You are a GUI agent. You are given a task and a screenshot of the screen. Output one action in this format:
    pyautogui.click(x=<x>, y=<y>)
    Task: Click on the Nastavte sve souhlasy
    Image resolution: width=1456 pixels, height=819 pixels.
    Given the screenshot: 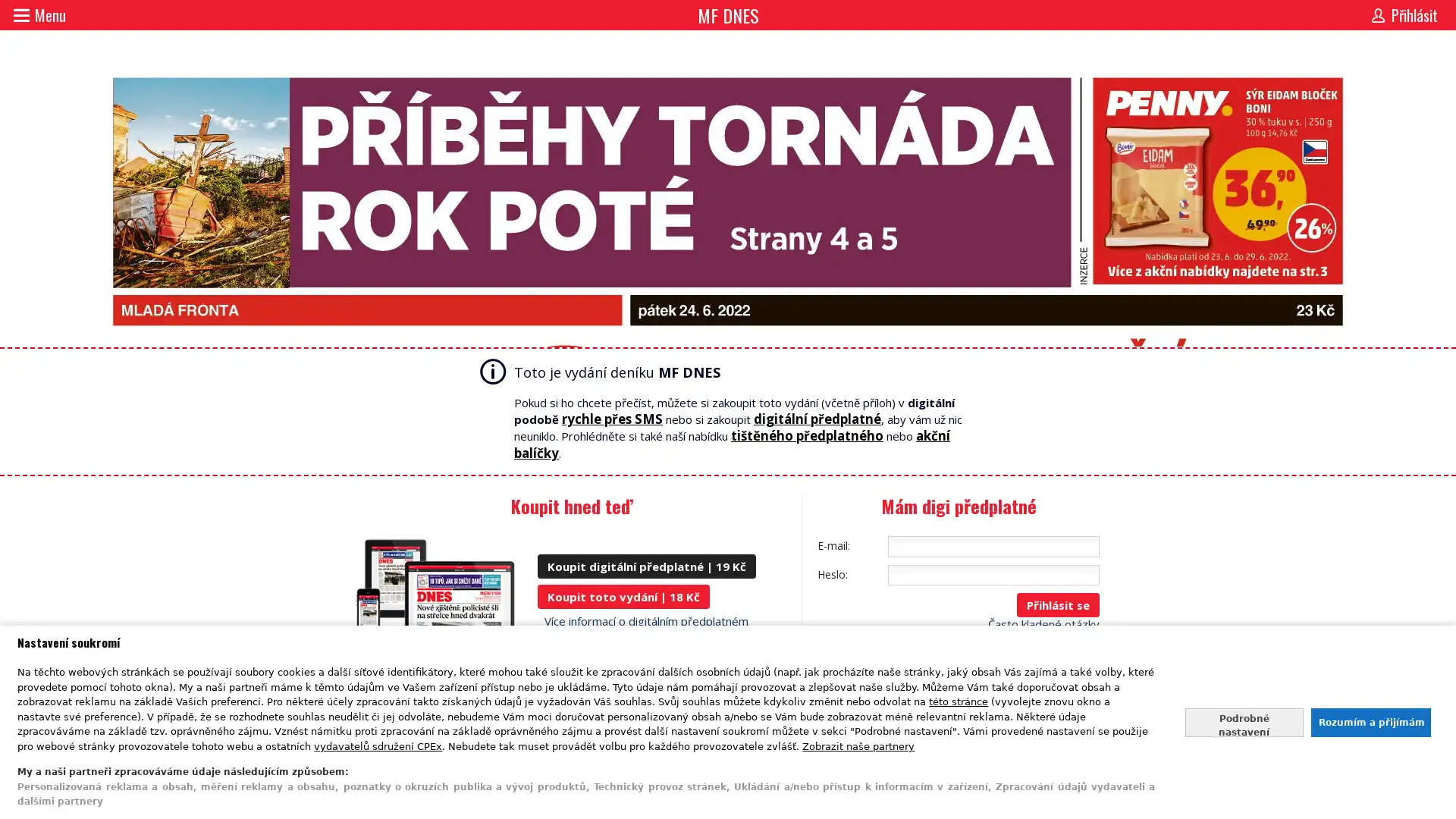 What is the action you would take?
    pyautogui.click(x=1244, y=721)
    